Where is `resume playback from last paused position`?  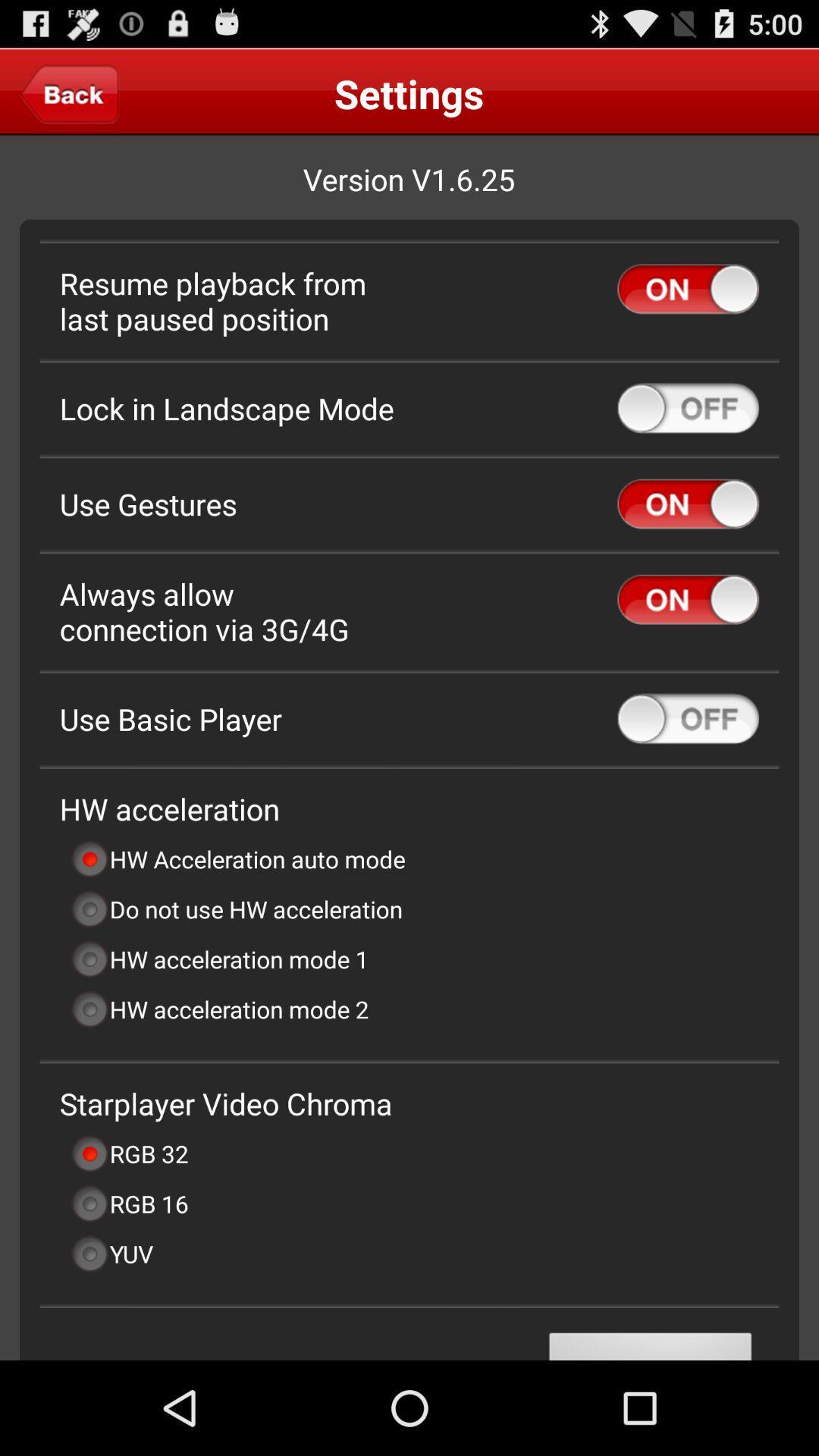
resume playback from last paused position is located at coordinates (688, 289).